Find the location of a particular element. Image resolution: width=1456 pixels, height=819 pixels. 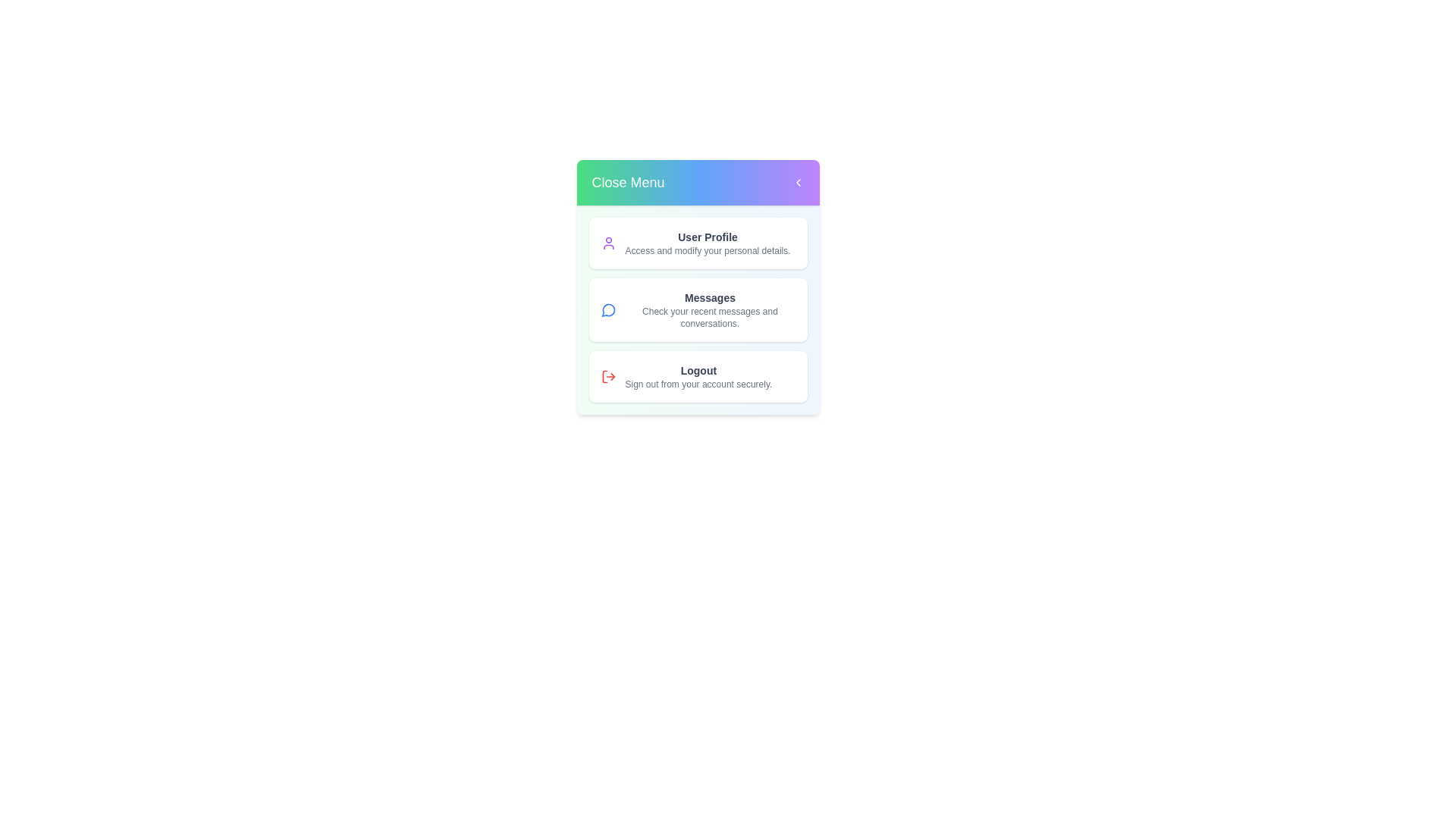

the menu option Logout by clicking on it is located at coordinates (697, 376).